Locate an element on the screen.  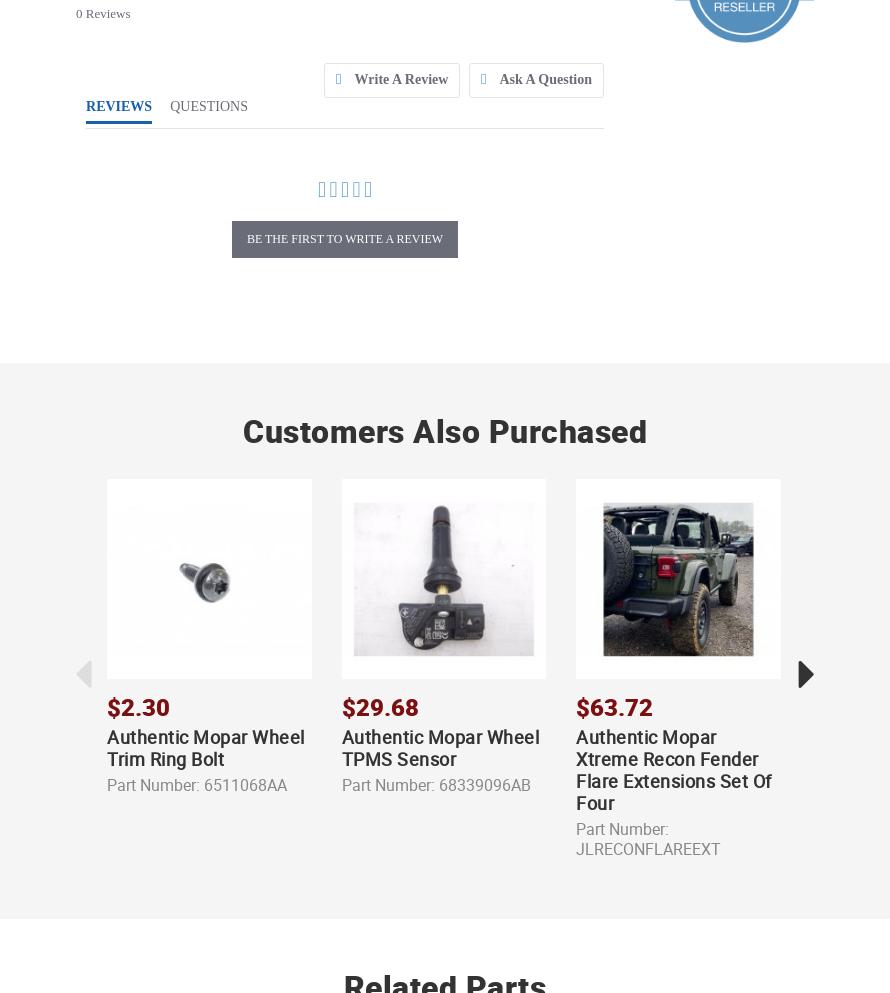
'Part Number: 68339096AB' is located at coordinates (434, 783).